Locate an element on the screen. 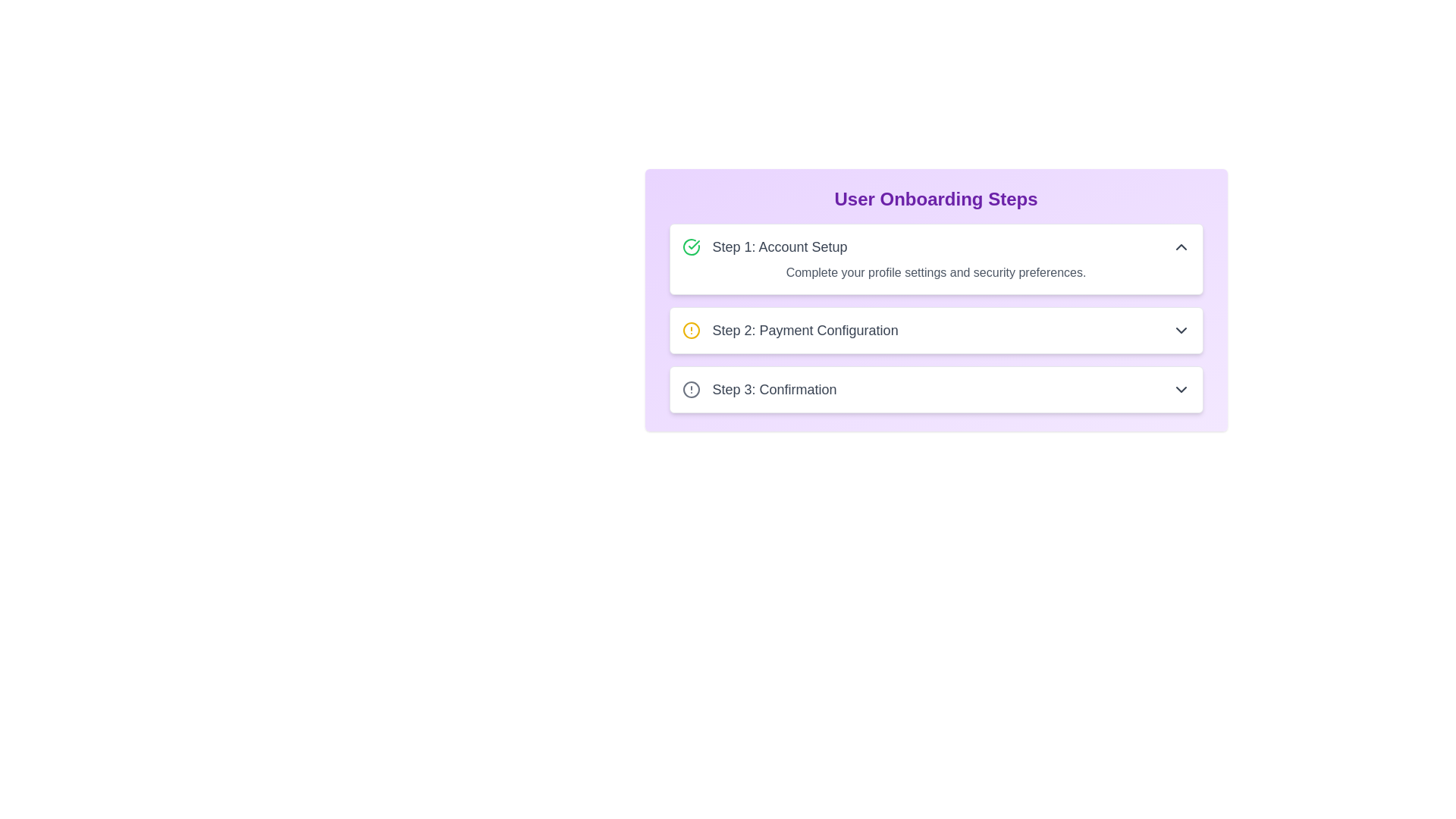 The width and height of the screenshot is (1456, 819). the toggle icon on the far-right side of the 'Step 2: Payment Configuration' section is located at coordinates (1180, 329).